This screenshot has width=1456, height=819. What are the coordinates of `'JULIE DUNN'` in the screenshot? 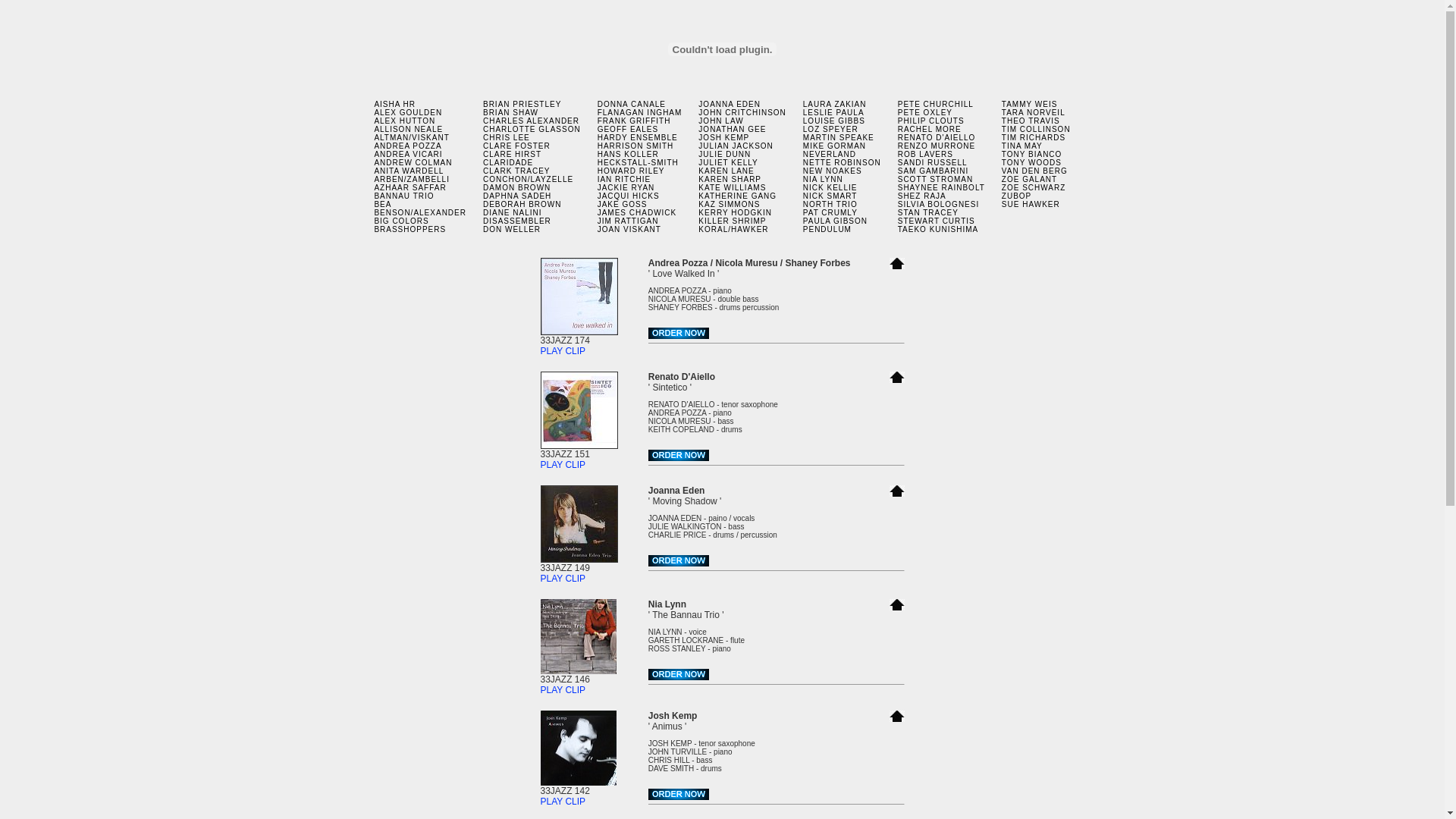 It's located at (698, 154).